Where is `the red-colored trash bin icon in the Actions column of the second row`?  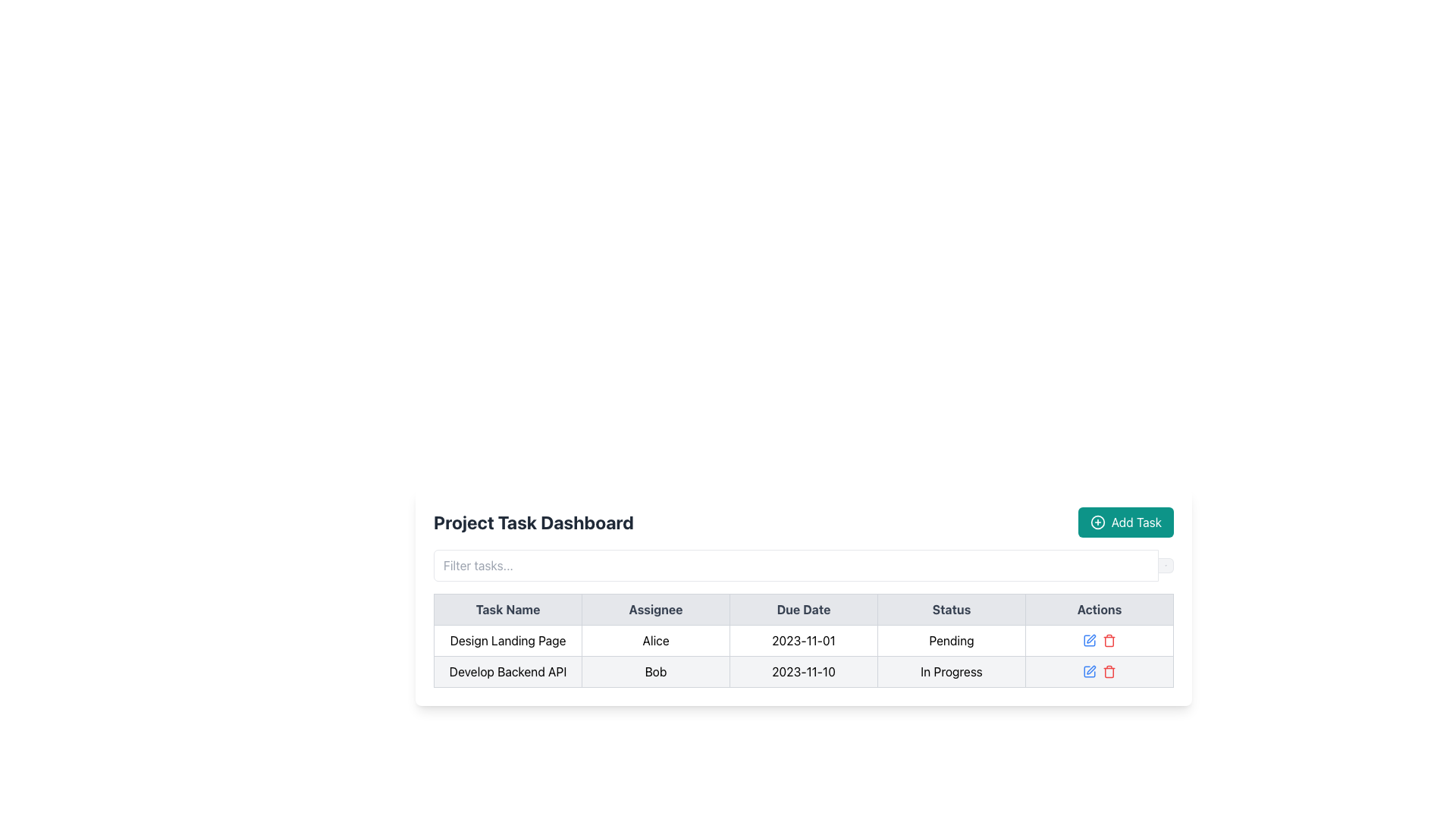
the red-colored trash bin icon in the Actions column of the second row is located at coordinates (1109, 640).